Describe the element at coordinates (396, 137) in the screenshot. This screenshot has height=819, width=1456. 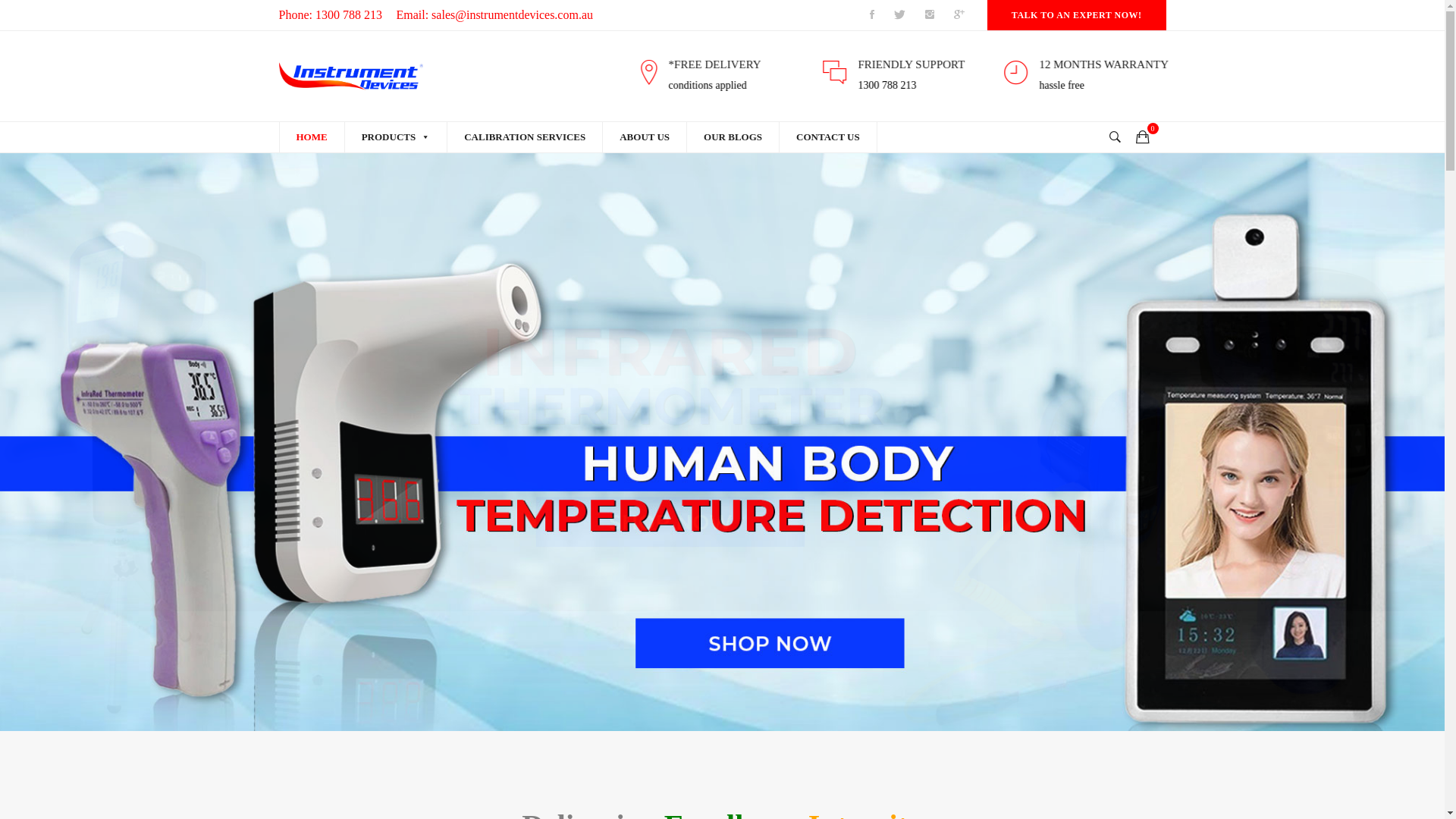
I see `'PRODUCTS'` at that location.